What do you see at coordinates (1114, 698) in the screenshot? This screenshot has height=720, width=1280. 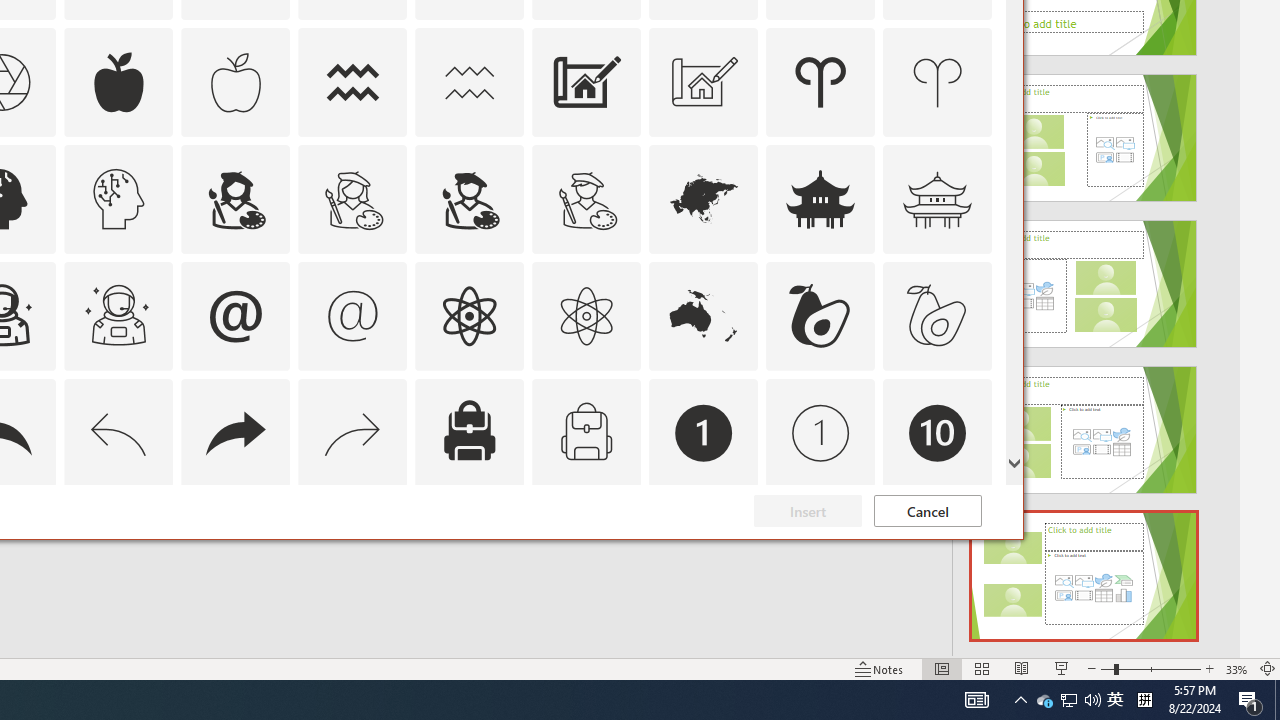 I see `'IME Mode Icon - IME is disabled'` at bounding box center [1114, 698].